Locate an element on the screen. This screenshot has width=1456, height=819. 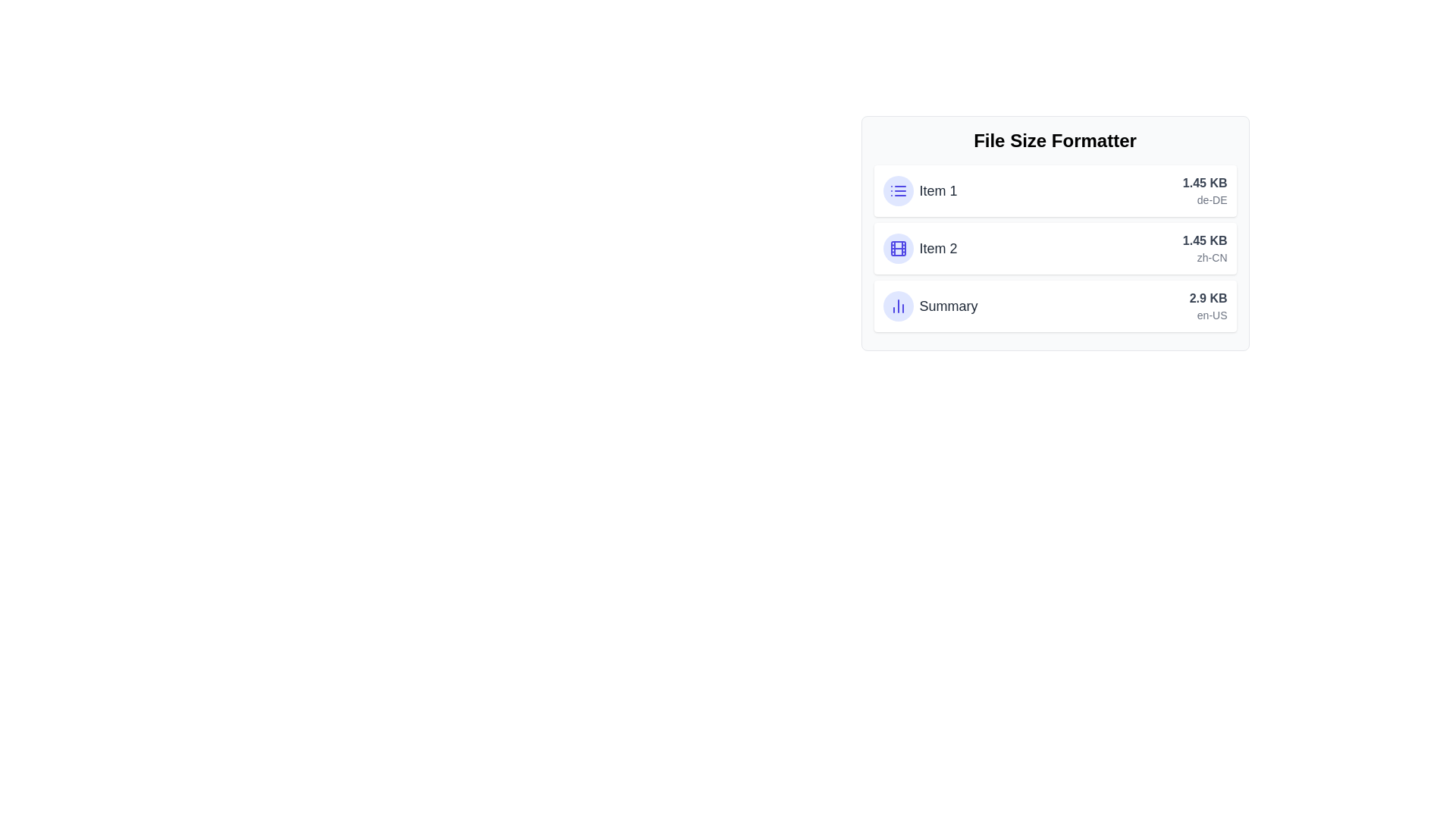
label element, which is positioned to the right of a list icon in the user interface panel is located at coordinates (937, 190).